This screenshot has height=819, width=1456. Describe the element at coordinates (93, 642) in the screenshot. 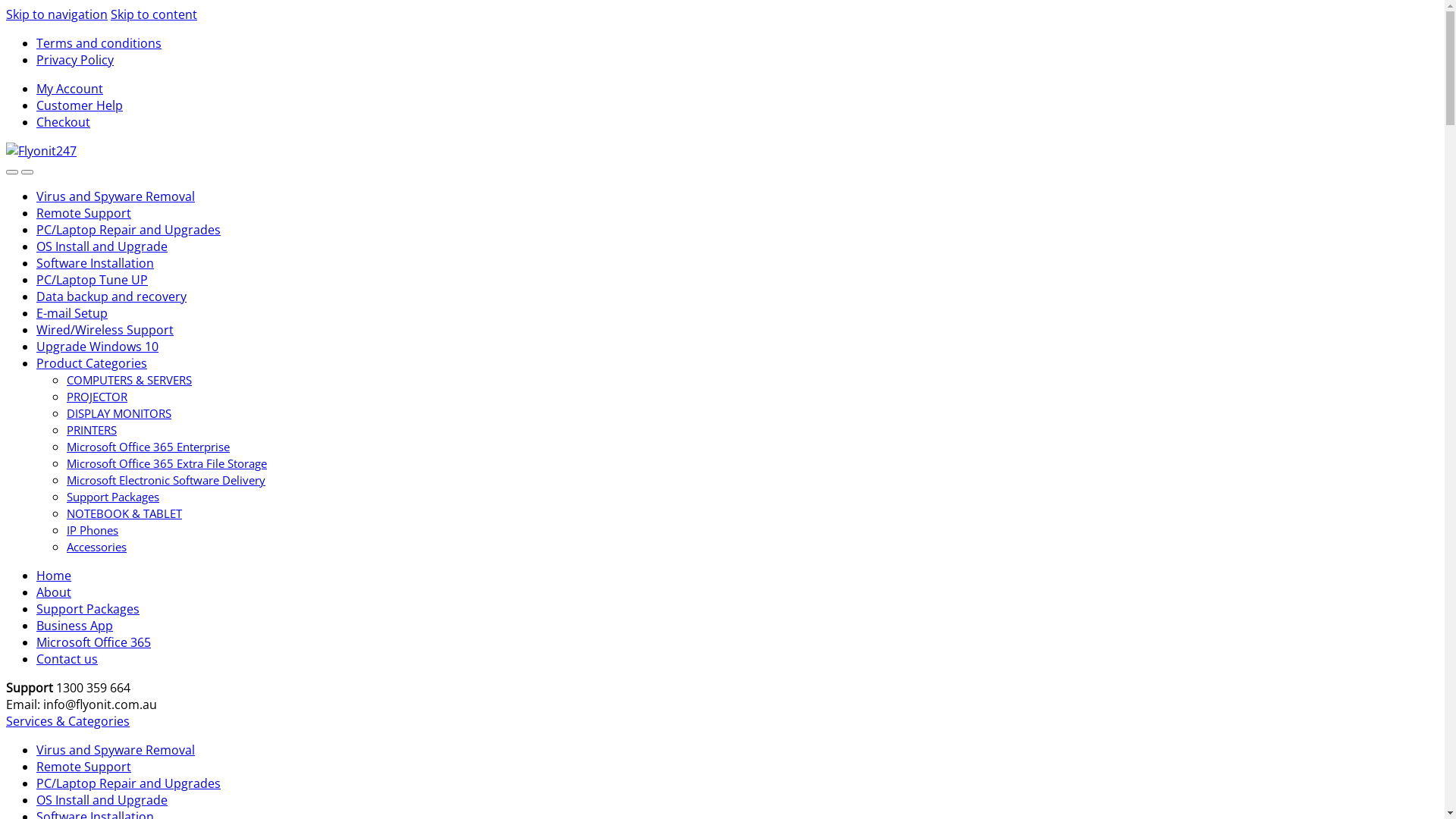

I see `'Microsoft Office 365'` at that location.